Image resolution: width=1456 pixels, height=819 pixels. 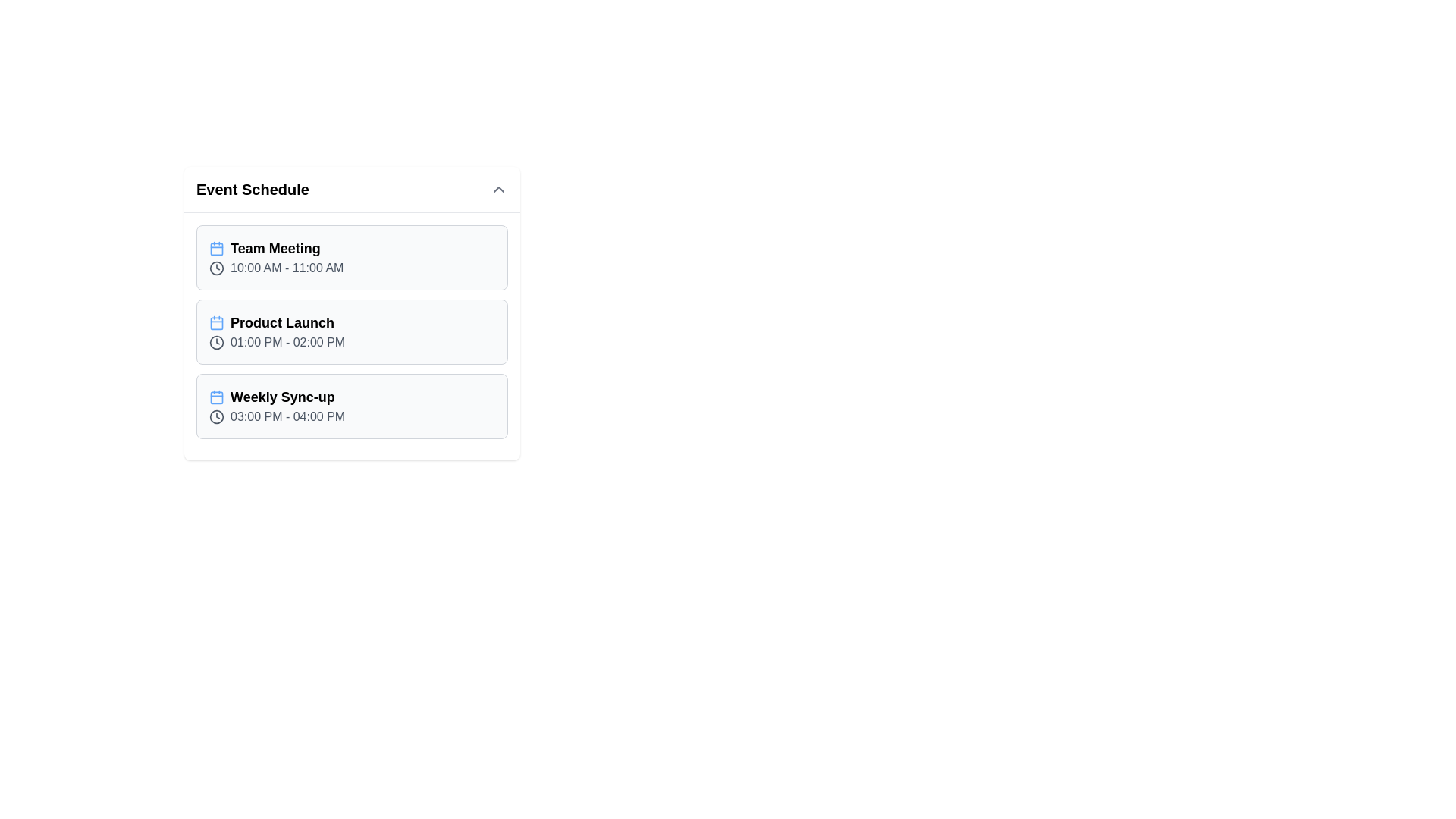 I want to click on the event schedule icon representing the 'Team Meeting' event, so click(x=216, y=247).